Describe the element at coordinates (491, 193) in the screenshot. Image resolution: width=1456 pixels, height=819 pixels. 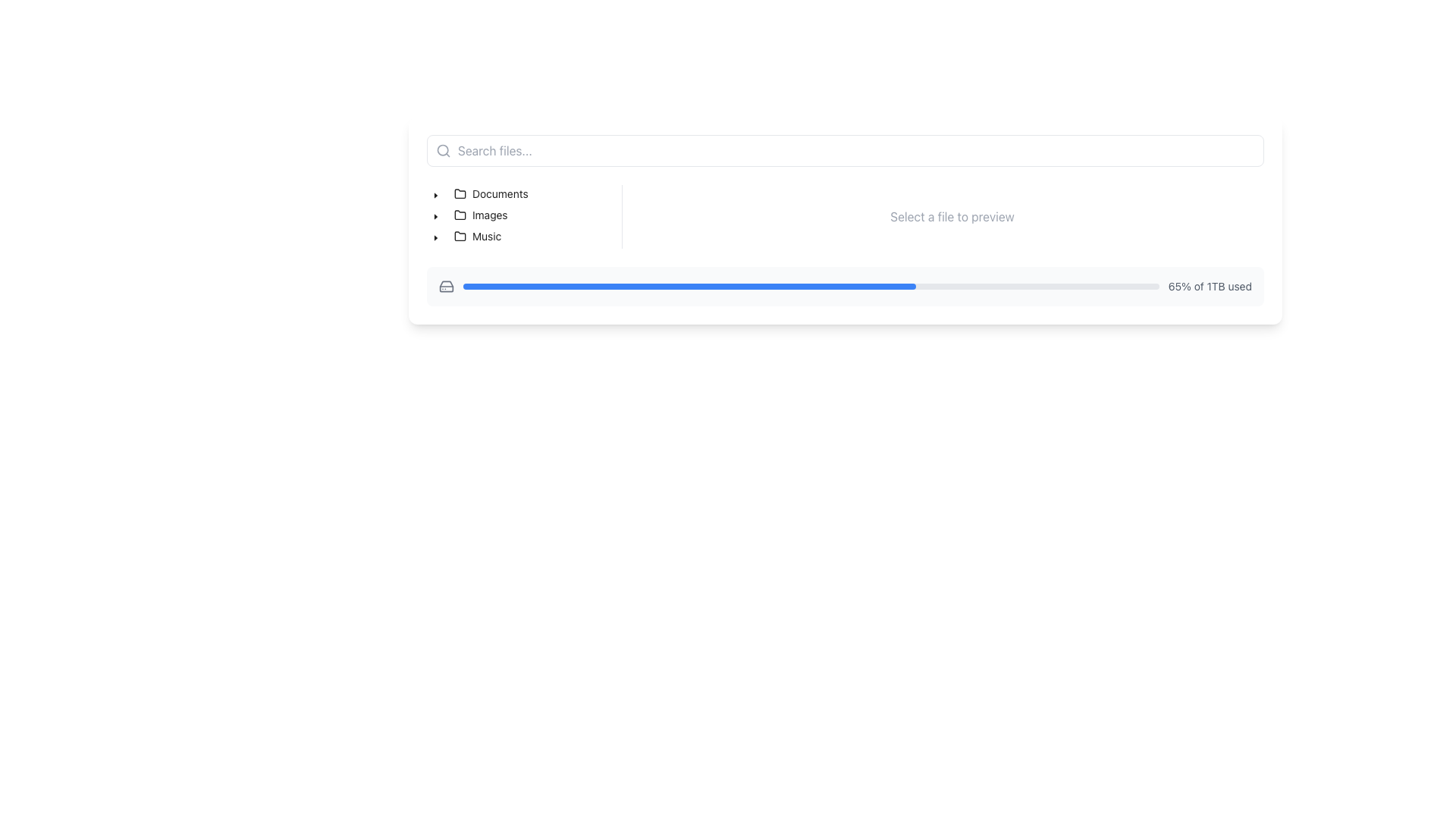
I see `the first folder entry in the file explorer that triggers navigation to the 'Documents' folder` at that location.